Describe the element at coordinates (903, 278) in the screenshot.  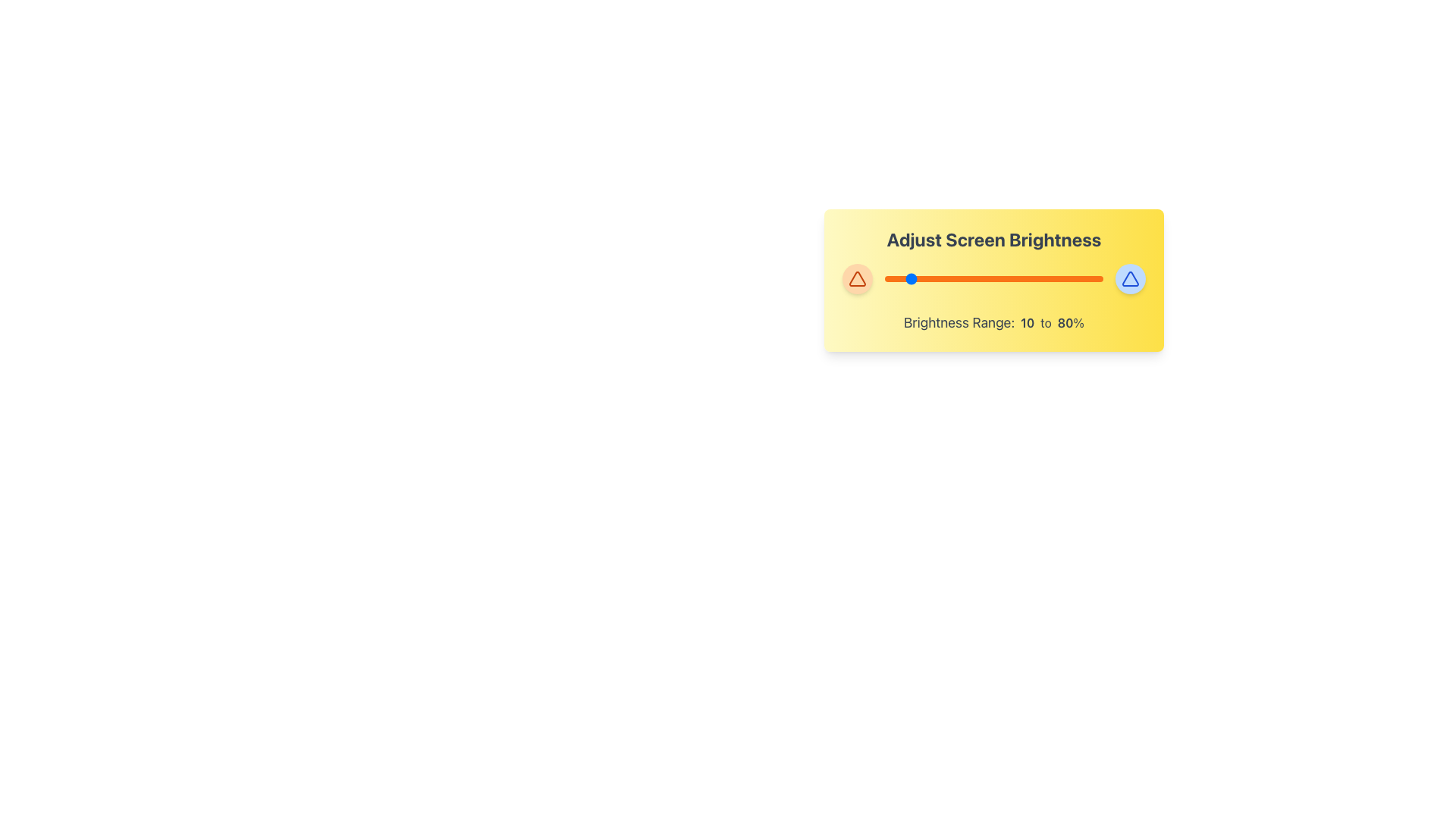
I see `the brightness level` at that location.